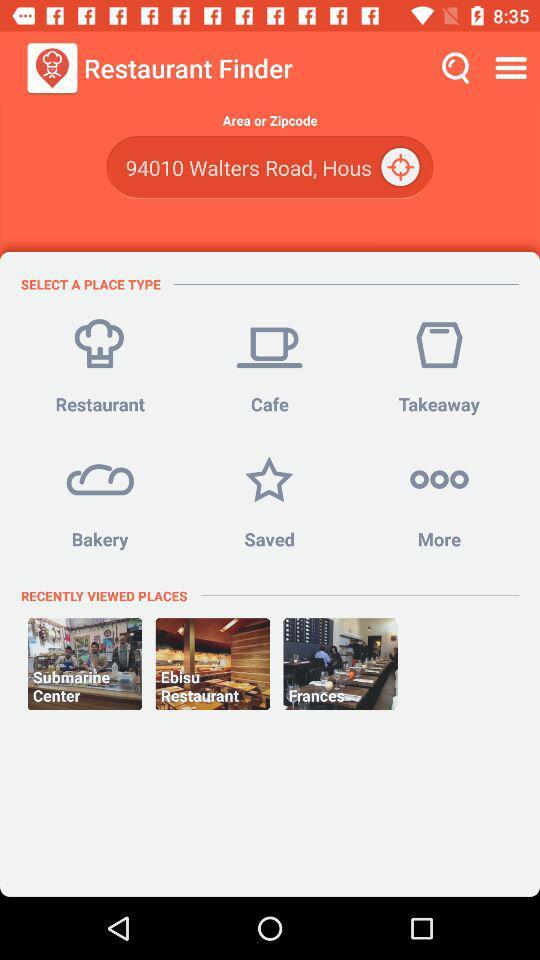 The width and height of the screenshot is (540, 960). What do you see at coordinates (402, 166) in the screenshot?
I see `the location_crosshair icon` at bounding box center [402, 166].